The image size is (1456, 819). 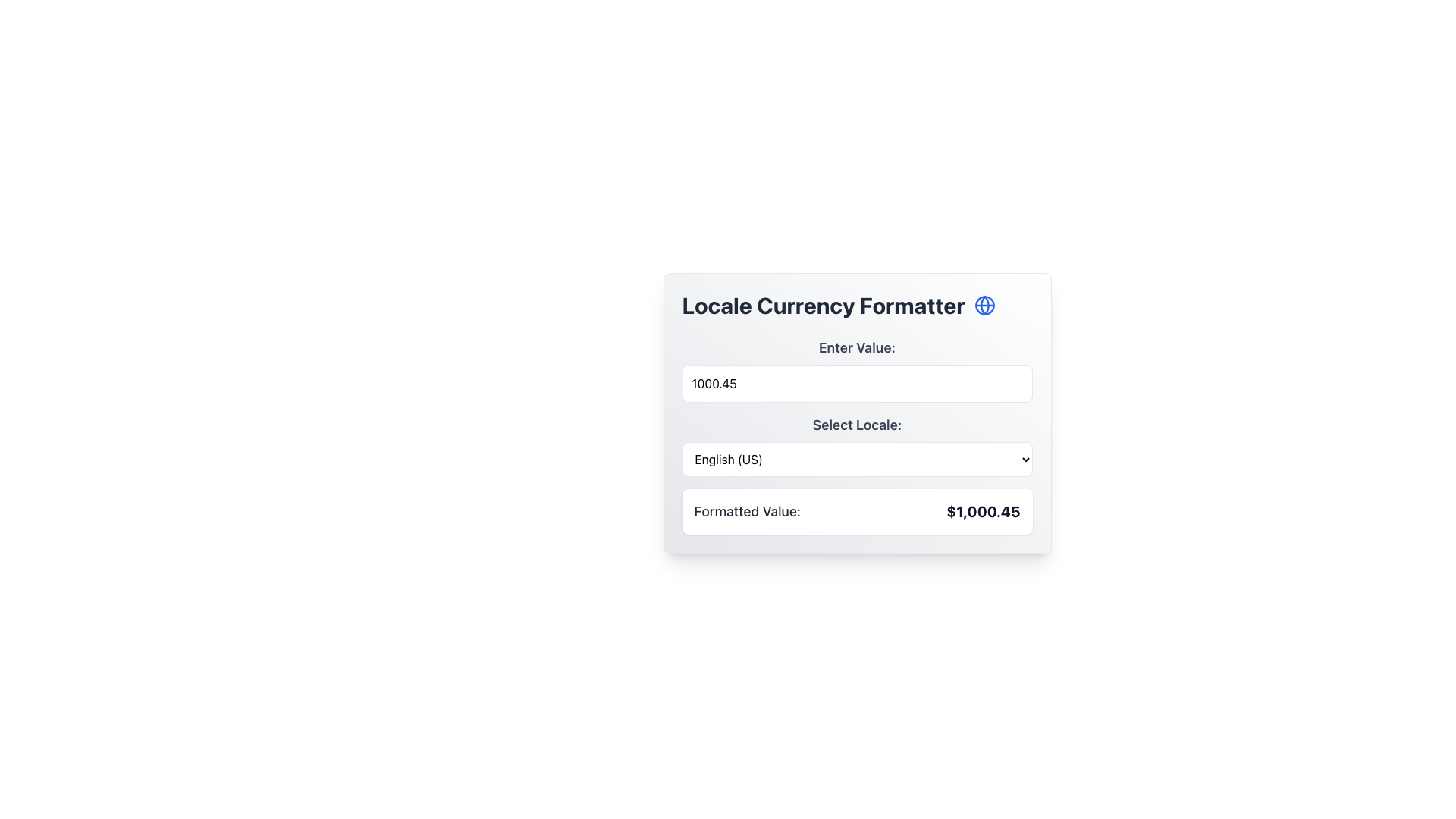 I want to click on the text label displaying 'Enter Value:' which is a bold, medium-sized dark gray text at the top-center of the section, so click(x=857, y=348).